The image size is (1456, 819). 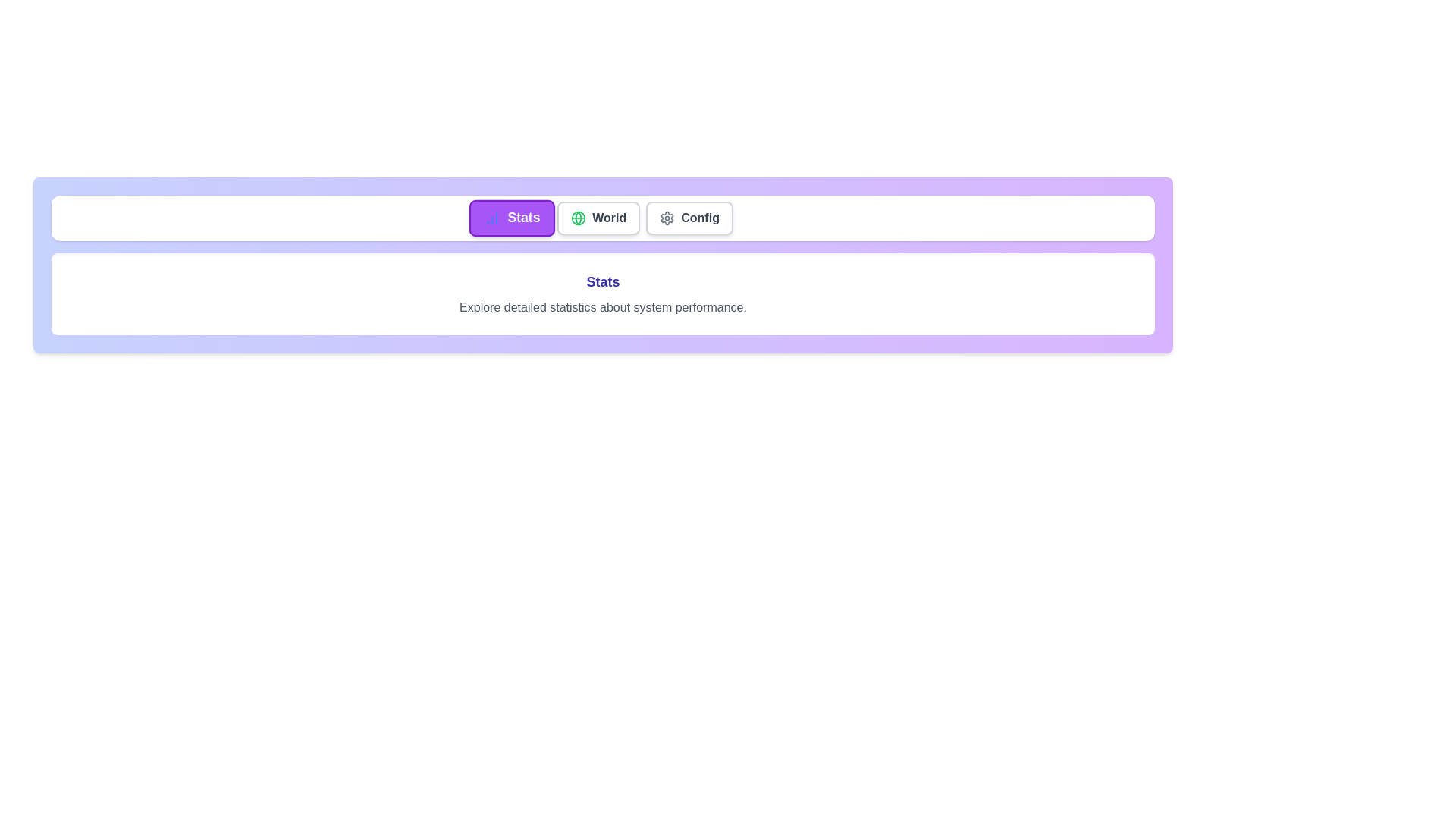 What do you see at coordinates (598, 218) in the screenshot?
I see `the tab labeled World to view its detailed description` at bounding box center [598, 218].